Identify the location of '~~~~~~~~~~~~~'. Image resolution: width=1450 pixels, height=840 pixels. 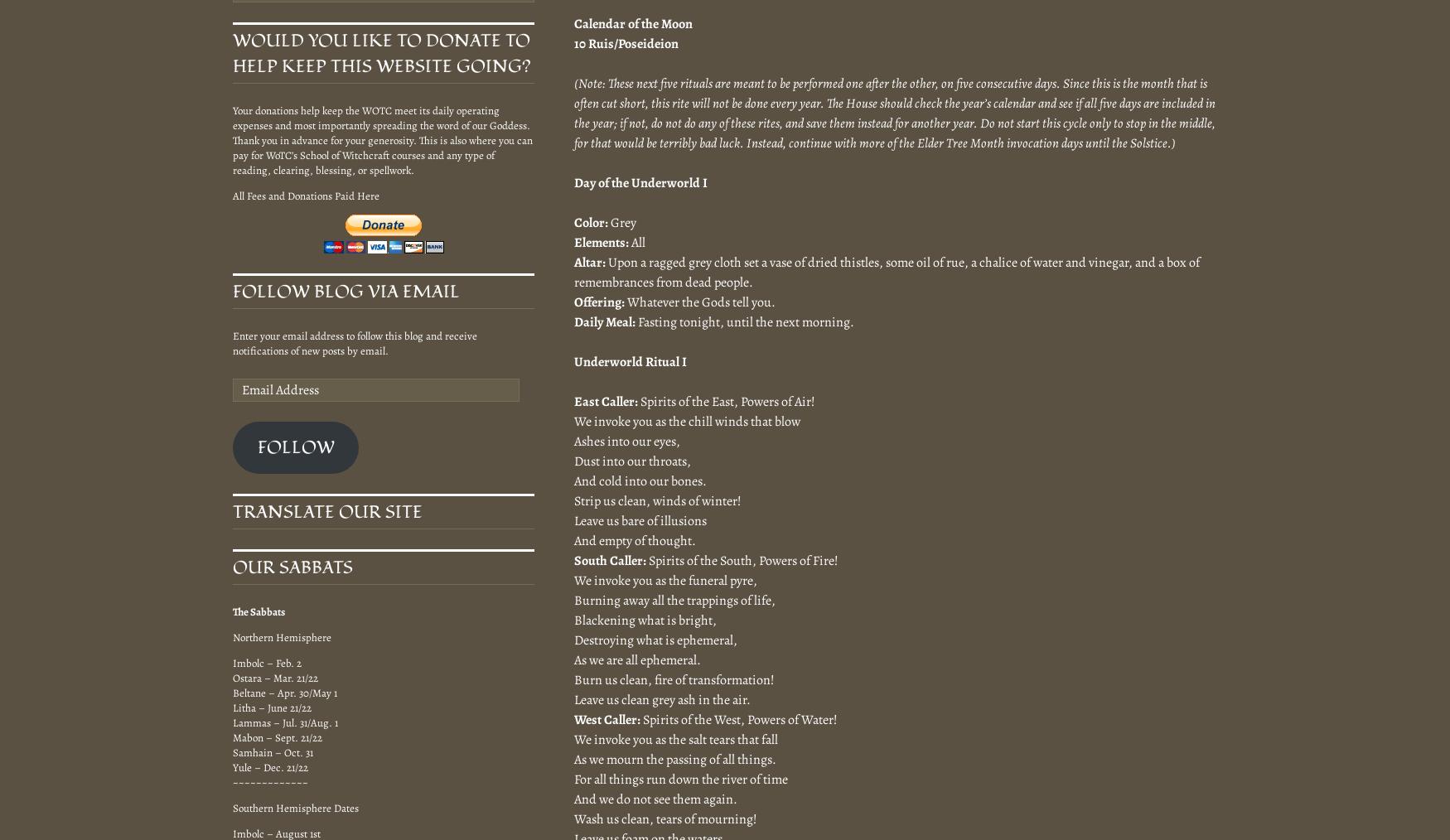
(270, 782).